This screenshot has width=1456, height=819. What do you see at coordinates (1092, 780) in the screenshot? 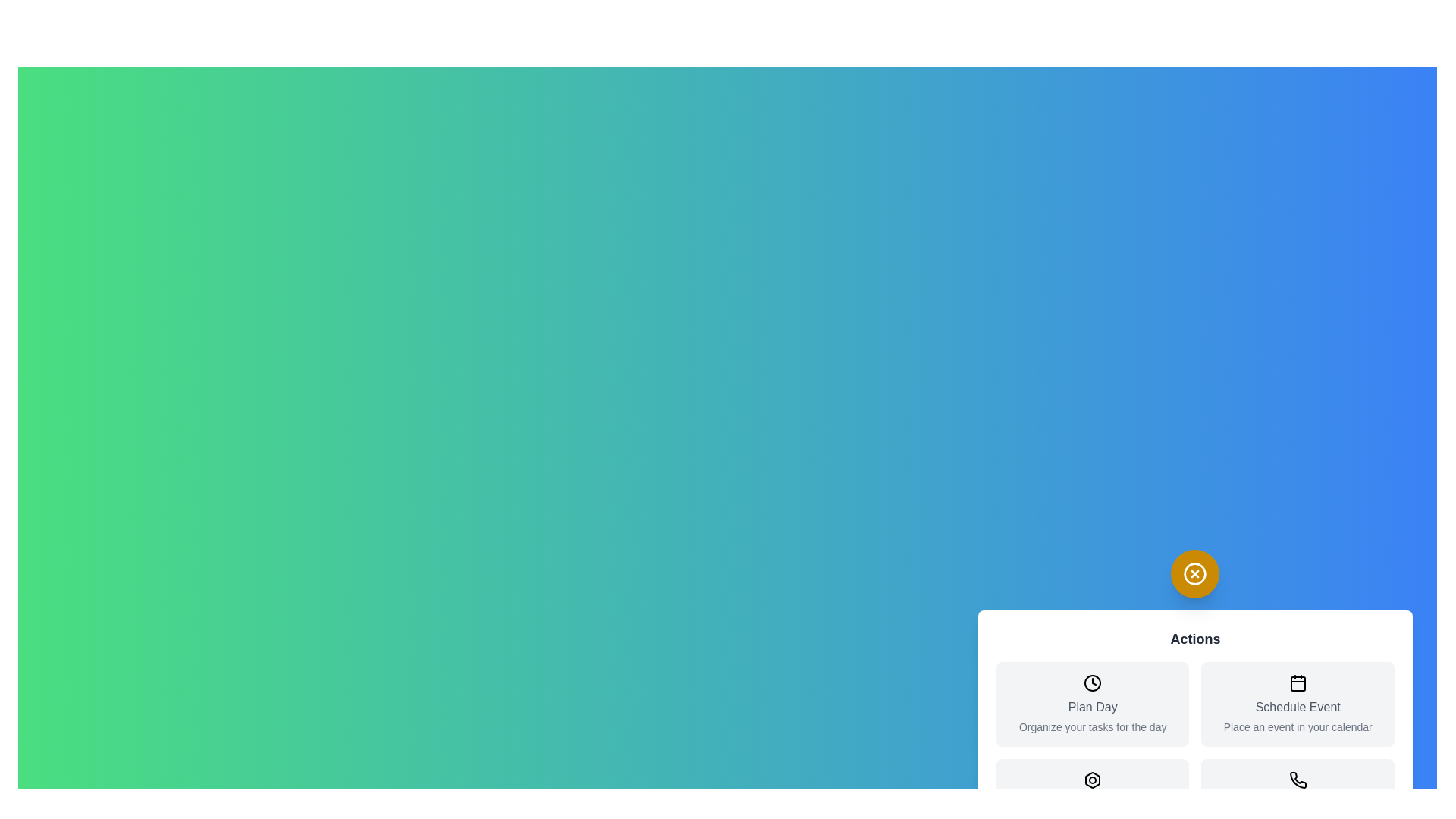
I see `the icon corresponding to Quick Access` at bounding box center [1092, 780].